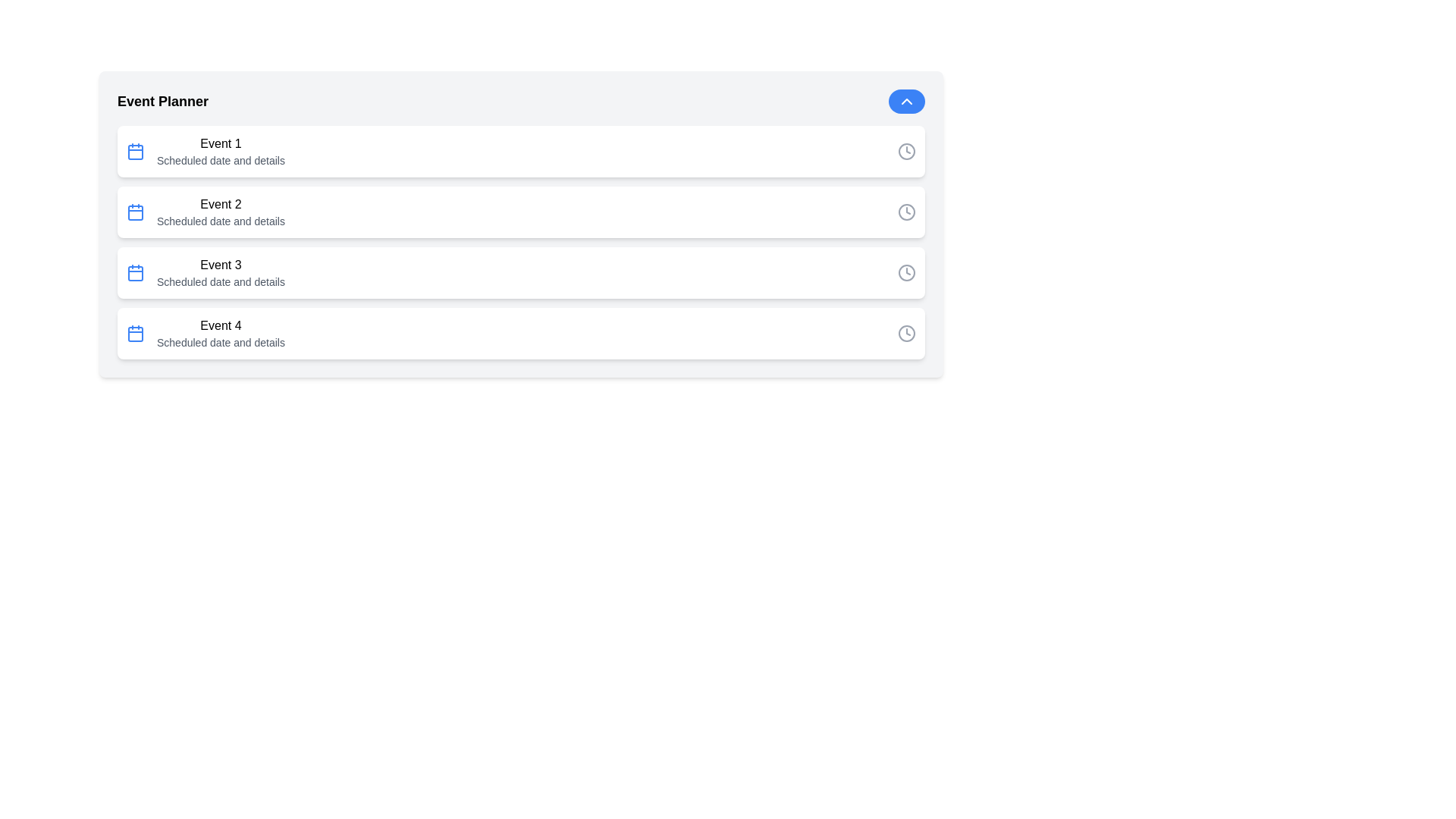  What do you see at coordinates (521, 212) in the screenshot?
I see `the List item element titled 'Event 2'` at bounding box center [521, 212].